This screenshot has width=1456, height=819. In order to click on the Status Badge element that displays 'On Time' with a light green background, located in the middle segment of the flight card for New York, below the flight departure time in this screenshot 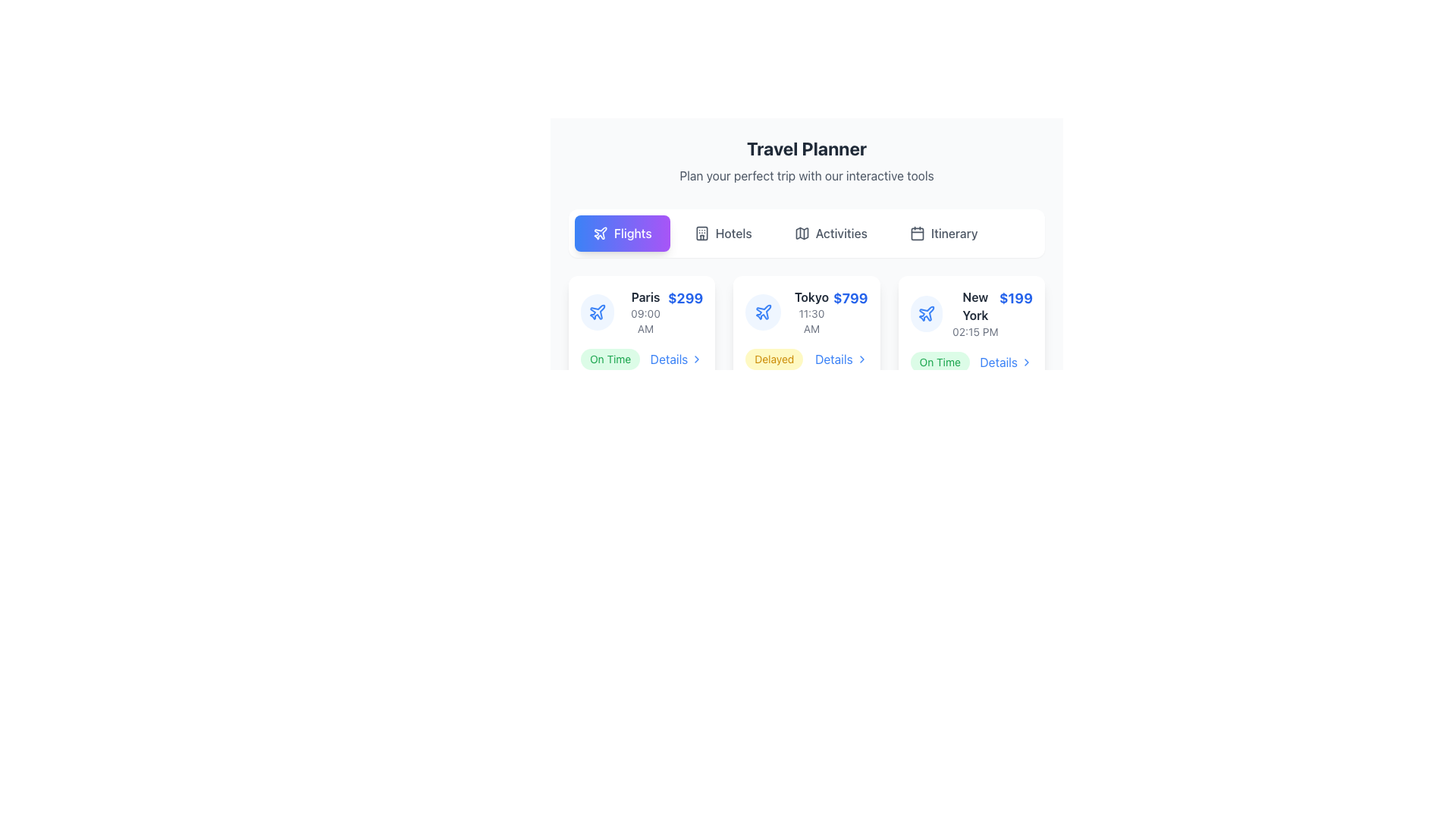, I will do `click(610, 359)`.